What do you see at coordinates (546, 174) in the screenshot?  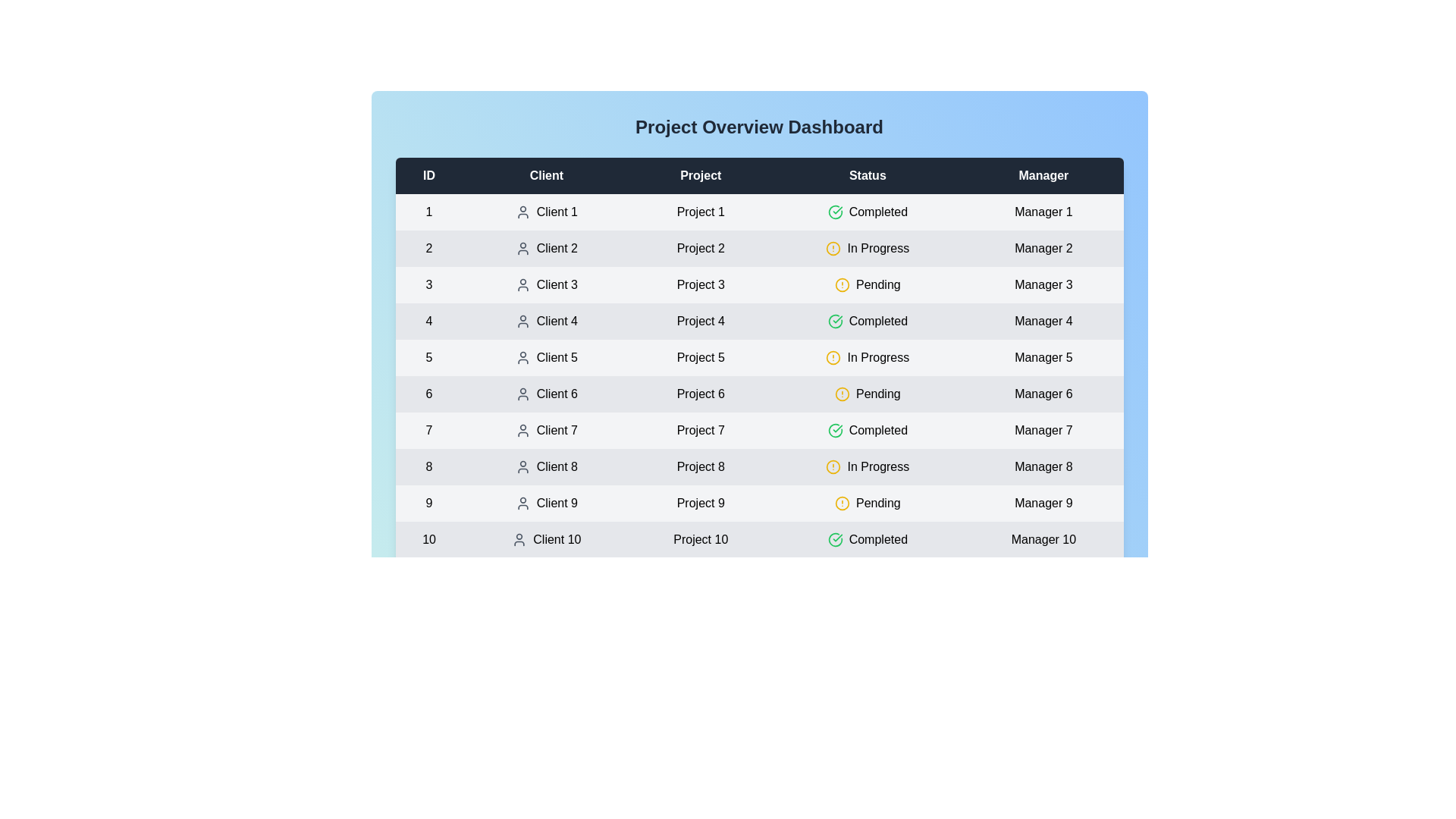 I see `the table header Client to sort the column` at bounding box center [546, 174].